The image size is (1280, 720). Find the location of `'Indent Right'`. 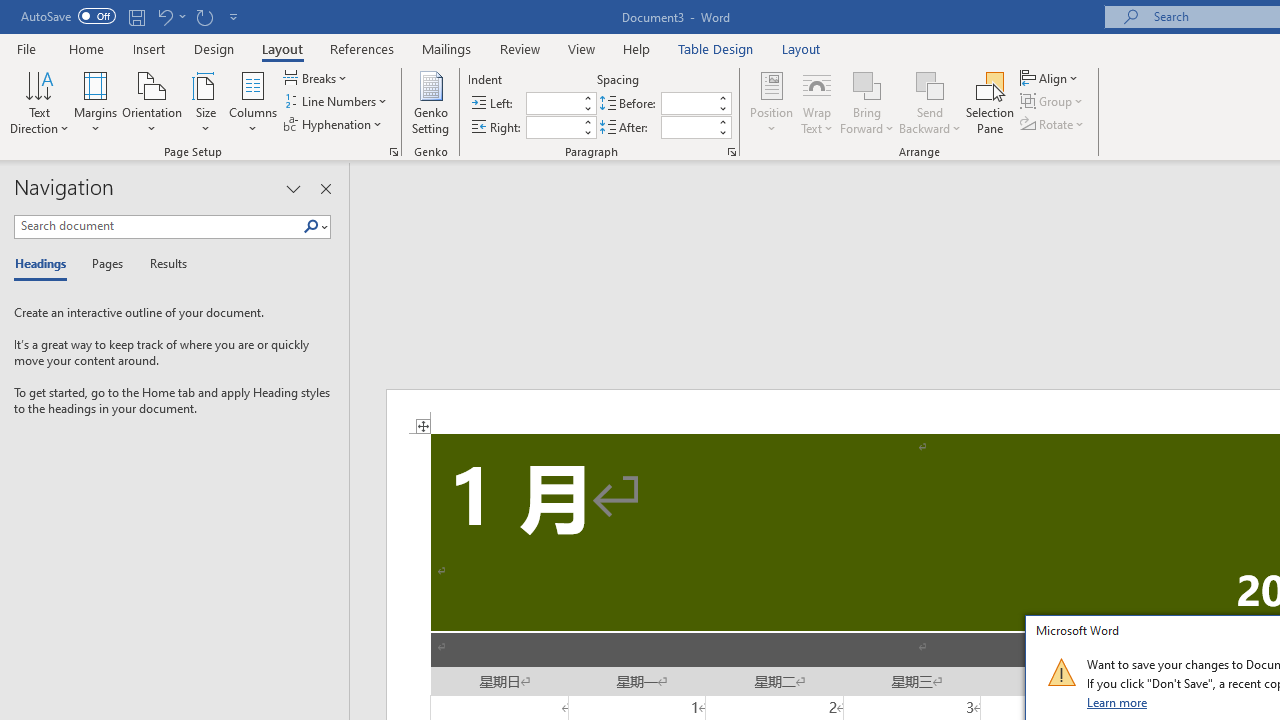

'Indent Right' is located at coordinates (552, 127).